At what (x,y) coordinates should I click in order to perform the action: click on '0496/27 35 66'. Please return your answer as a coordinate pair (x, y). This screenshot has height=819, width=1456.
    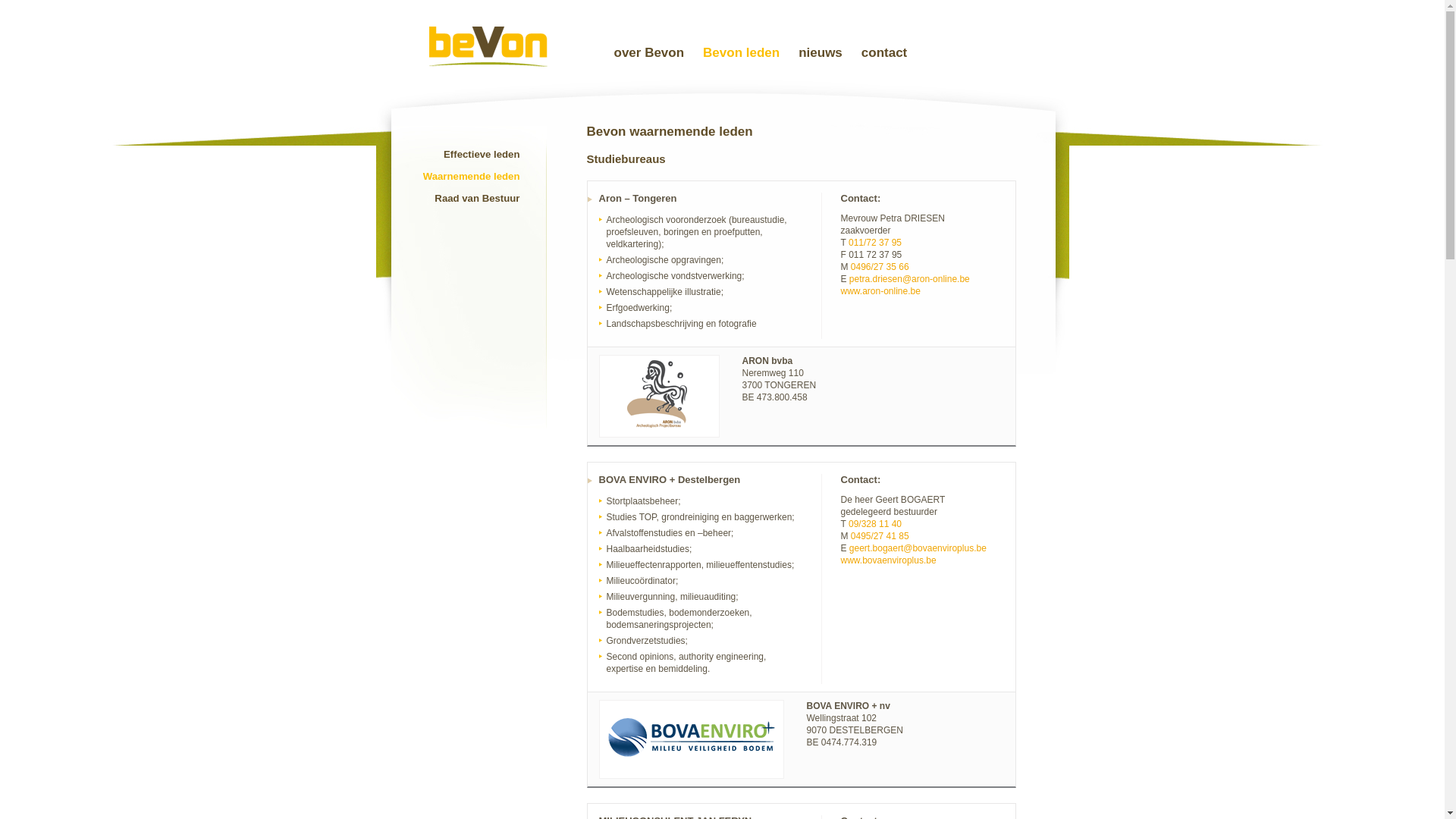
    Looking at the image, I should click on (851, 265).